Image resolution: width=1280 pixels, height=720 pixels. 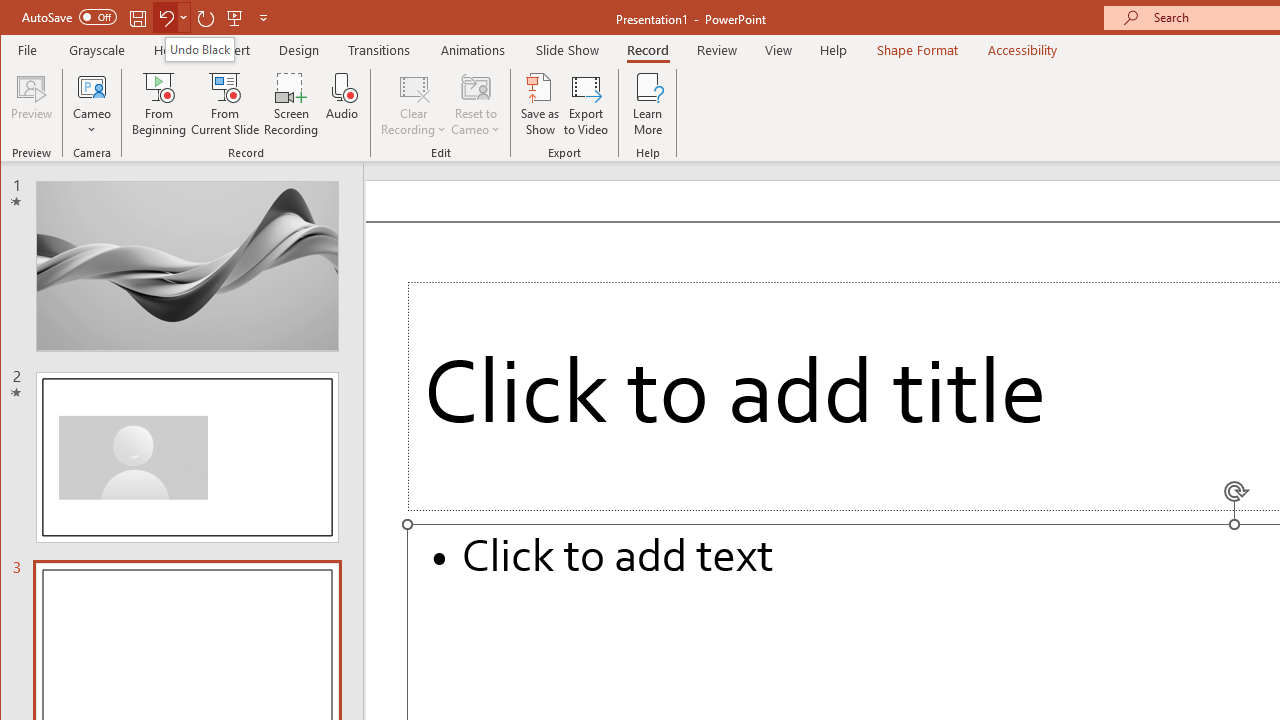 What do you see at coordinates (342, 104) in the screenshot?
I see `'Audio'` at bounding box center [342, 104].